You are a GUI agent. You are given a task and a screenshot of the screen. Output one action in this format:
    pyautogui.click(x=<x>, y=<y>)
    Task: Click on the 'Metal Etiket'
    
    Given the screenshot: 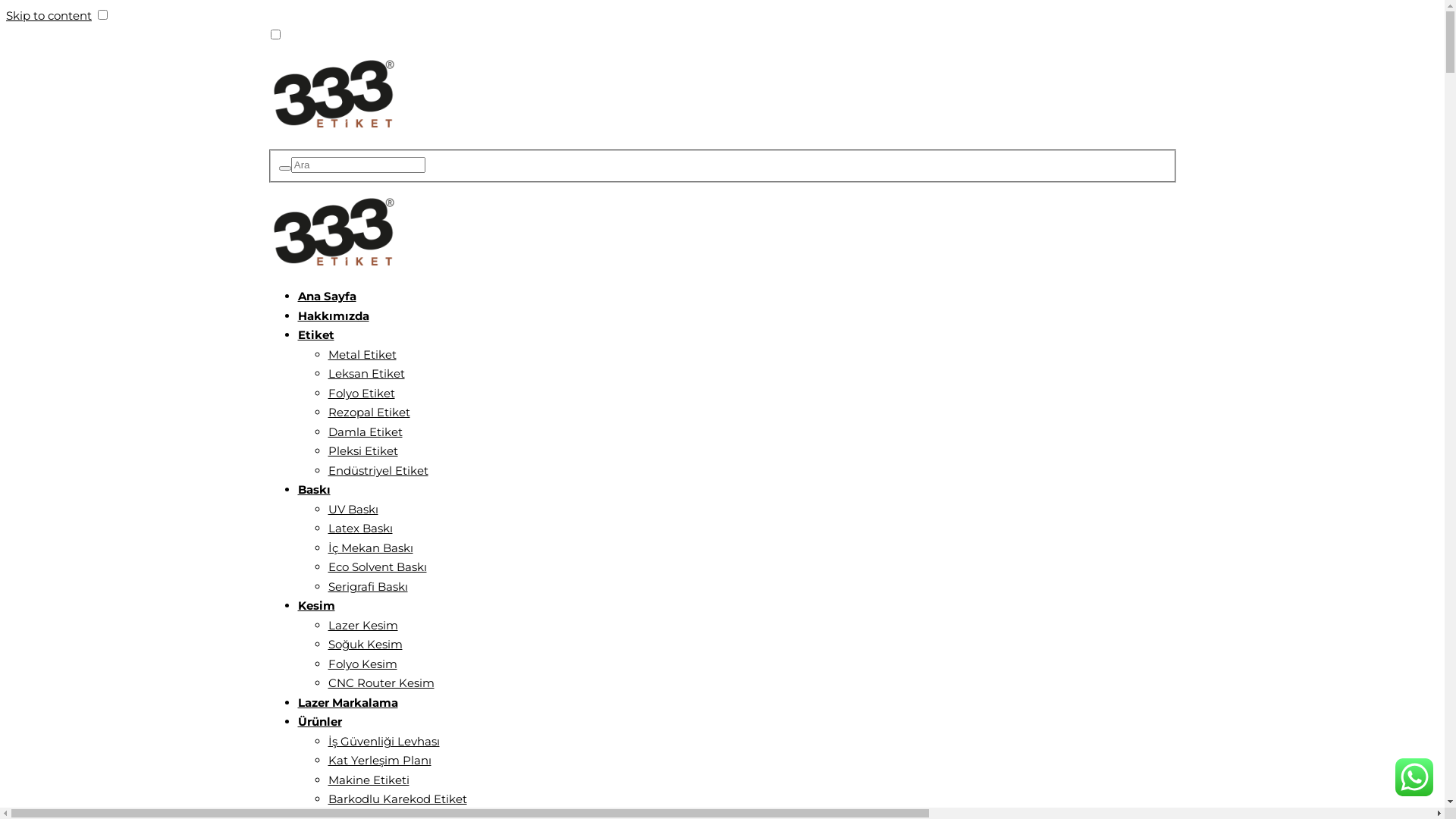 What is the action you would take?
    pyautogui.click(x=360, y=354)
    